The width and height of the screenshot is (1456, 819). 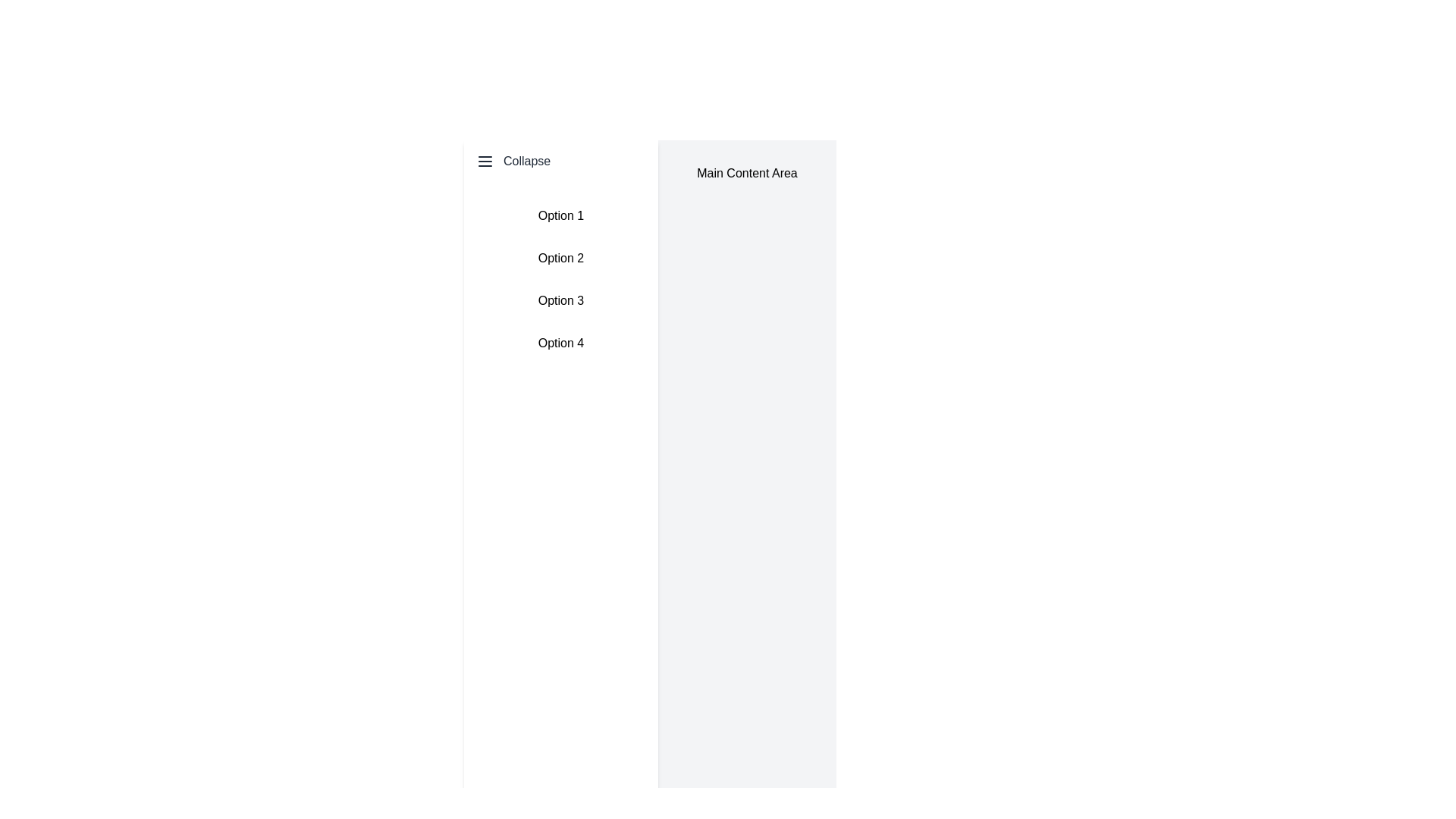 What do you see at coordinates (527, 161) in the screenshot?
I see `the text label located to the right of the menu icon` at bounding box center [527, 161].